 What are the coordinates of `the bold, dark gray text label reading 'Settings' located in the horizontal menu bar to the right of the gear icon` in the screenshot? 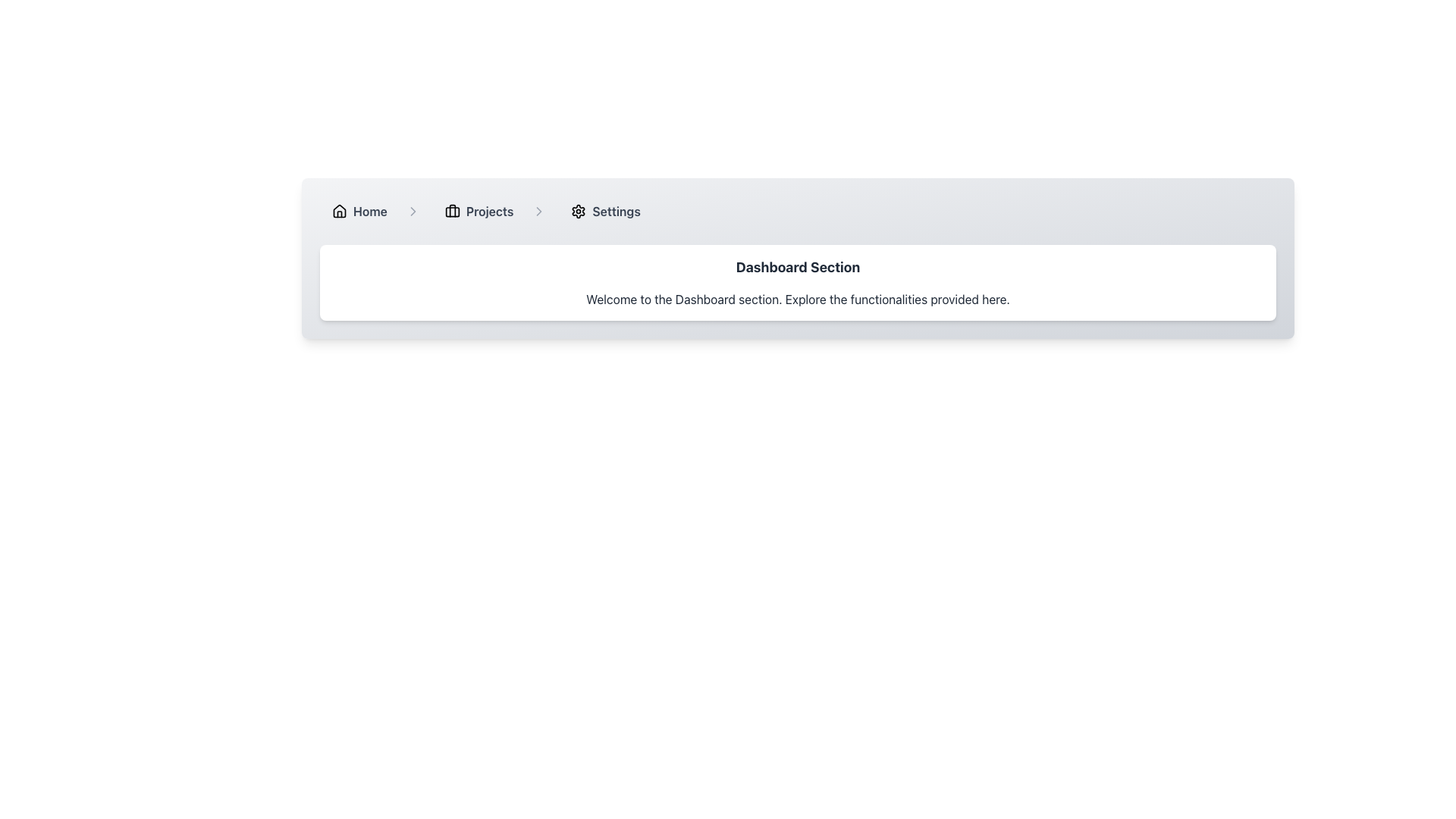 It's located at (617, 211).